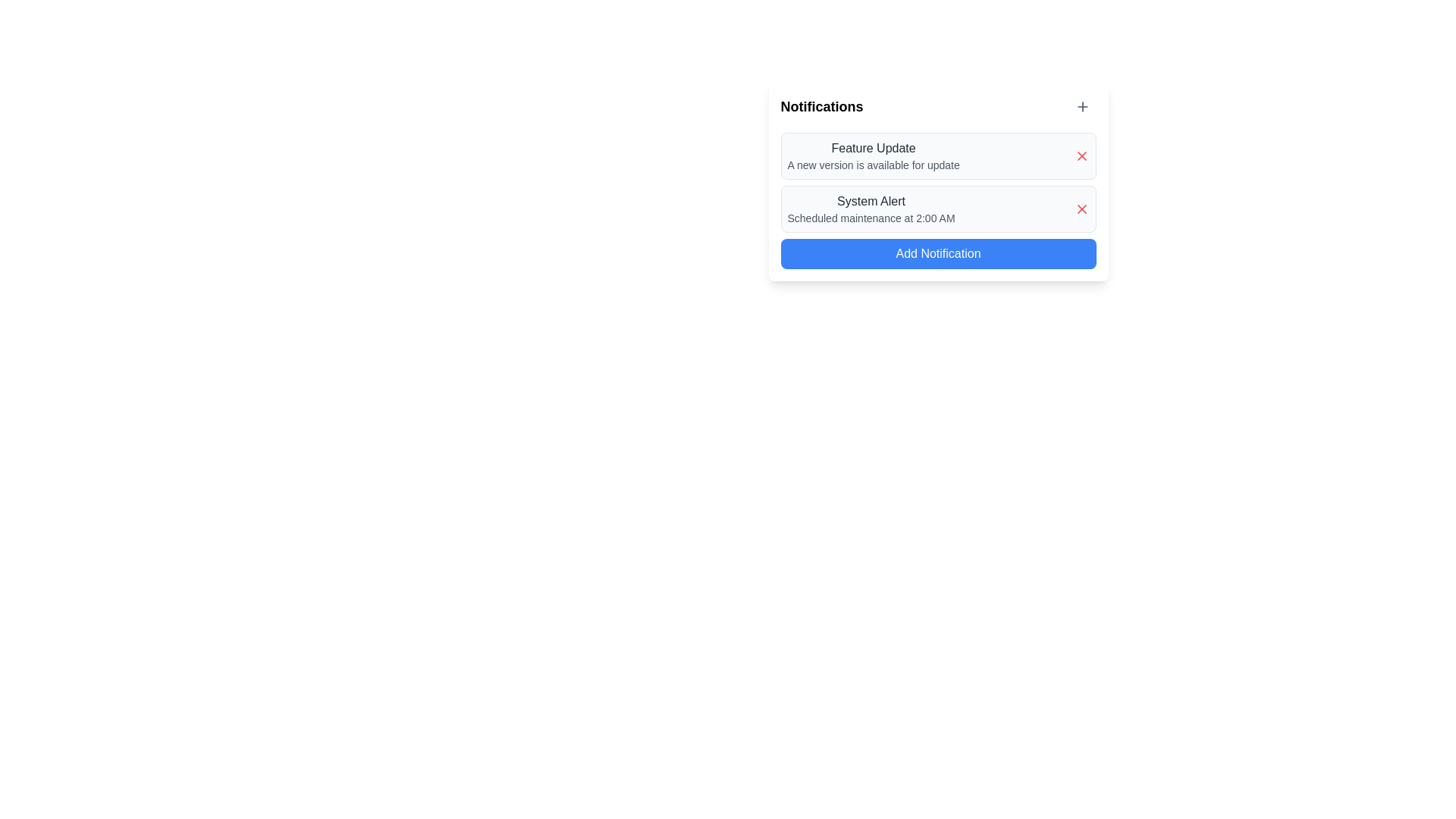  Describe the element at coordinates (1081, 209) in the screenshot. I see `the 'X' shaped close icon in the top-right corner of the 'System Alert' notification card` at that location.